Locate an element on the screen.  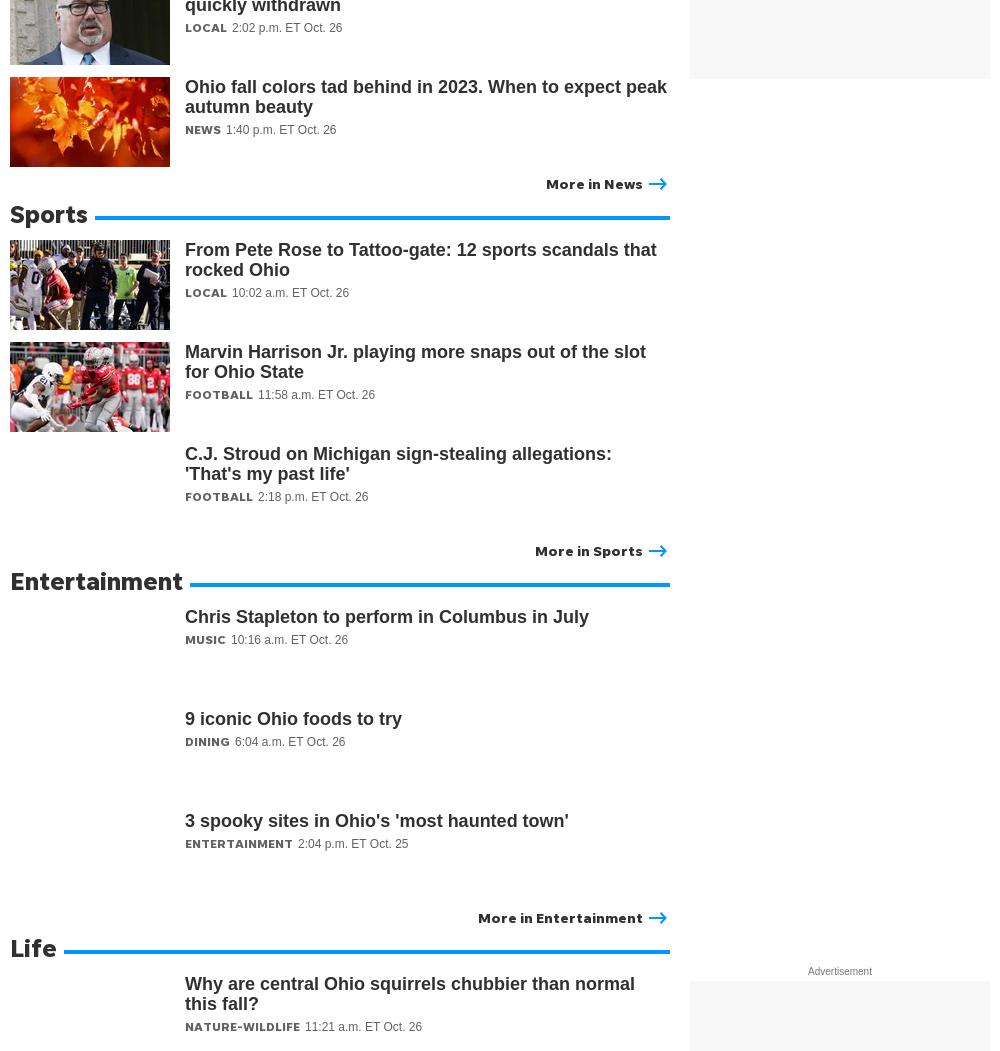
'From Pete Rose to Tattoo-gate: 12 sports scandals that rocked Ohio' is located at coordinates (420, 260).